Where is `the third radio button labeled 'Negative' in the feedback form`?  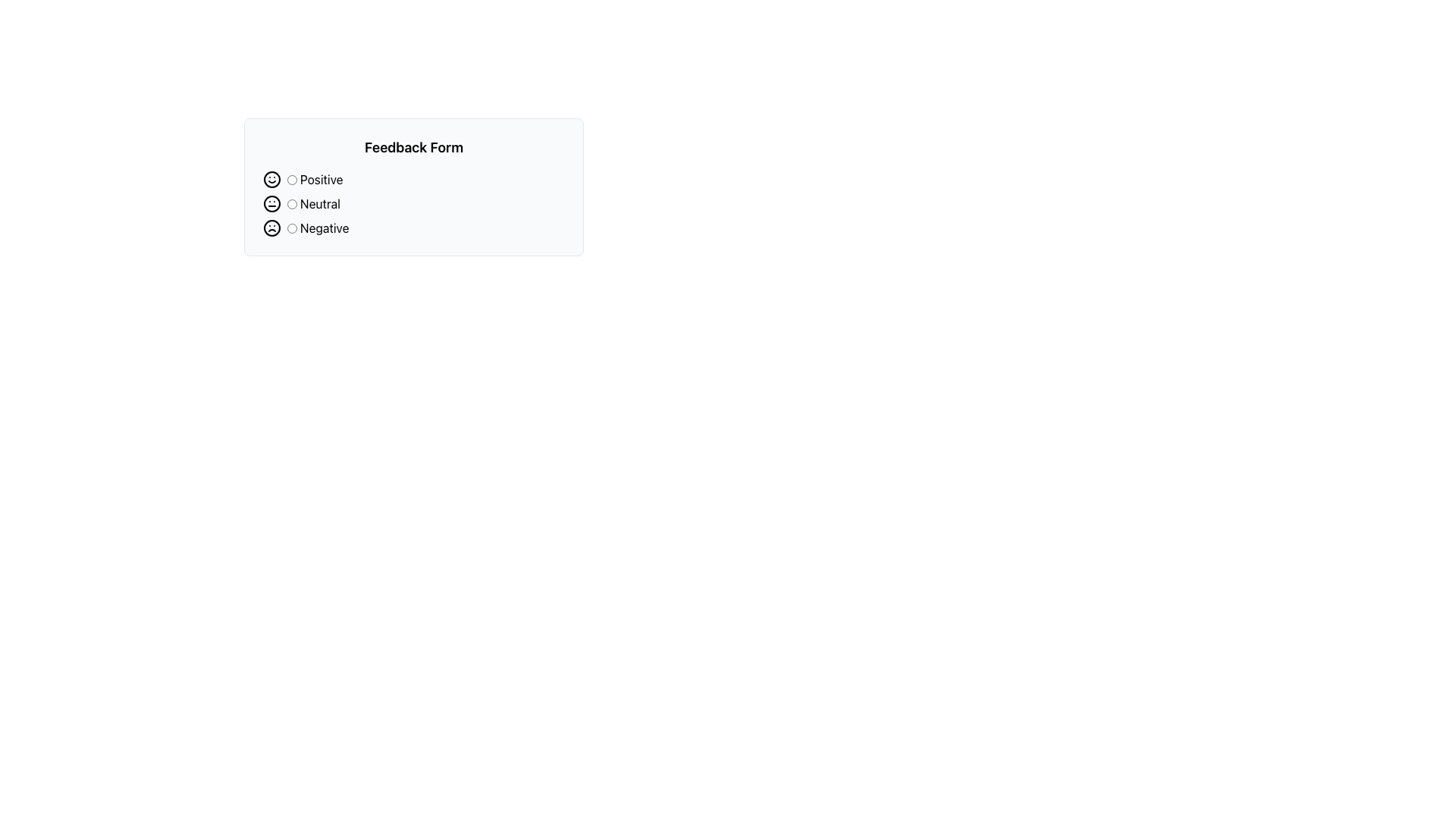 the third radio button labeled 'Negative' in the feedback form is located at coordinates (292, 227).